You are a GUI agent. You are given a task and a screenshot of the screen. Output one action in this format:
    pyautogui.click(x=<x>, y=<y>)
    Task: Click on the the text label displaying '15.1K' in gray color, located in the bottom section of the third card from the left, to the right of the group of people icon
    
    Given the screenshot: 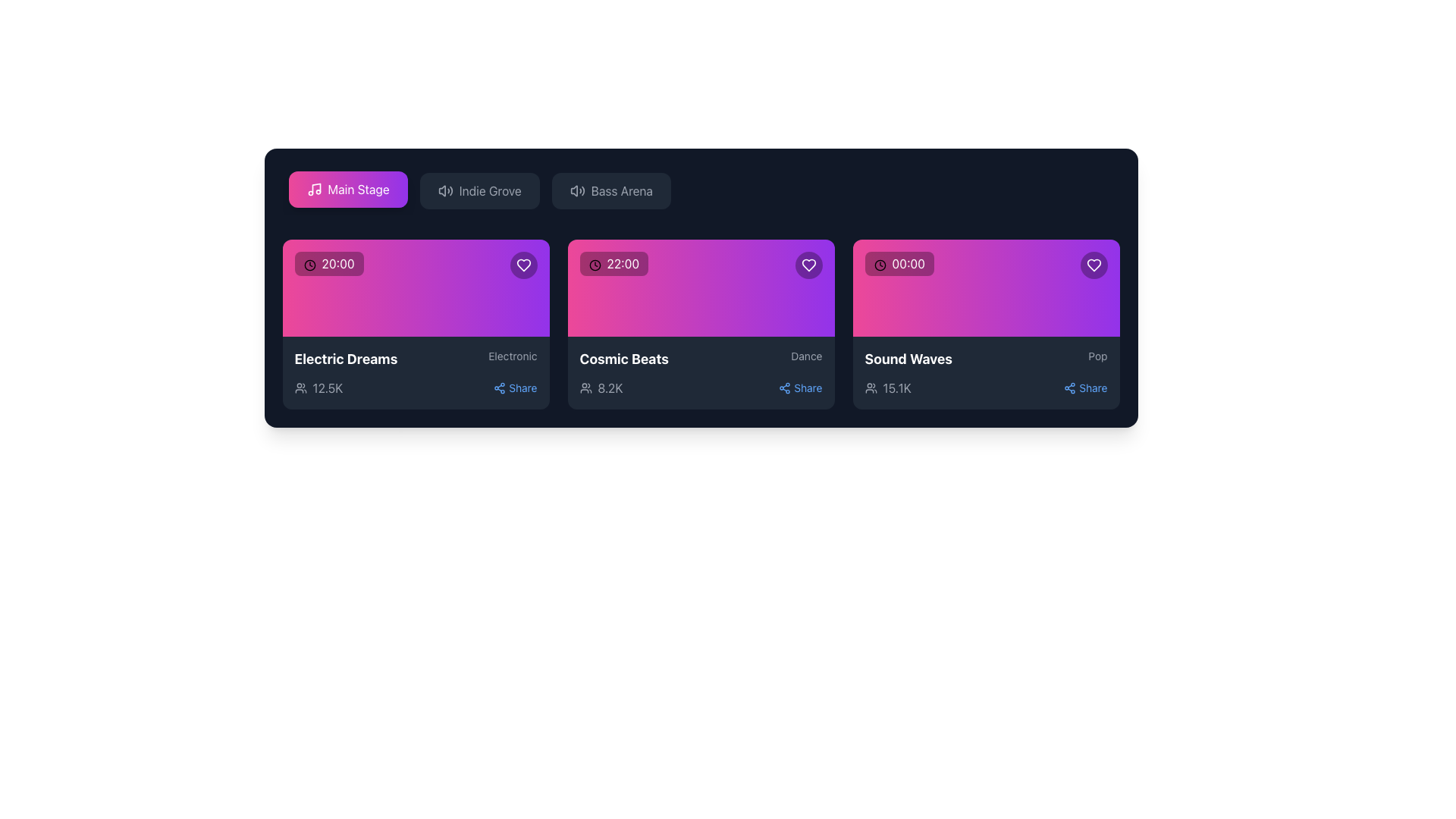 What is the action you would take?
    pyautogui.click(x=897, y=388)
    